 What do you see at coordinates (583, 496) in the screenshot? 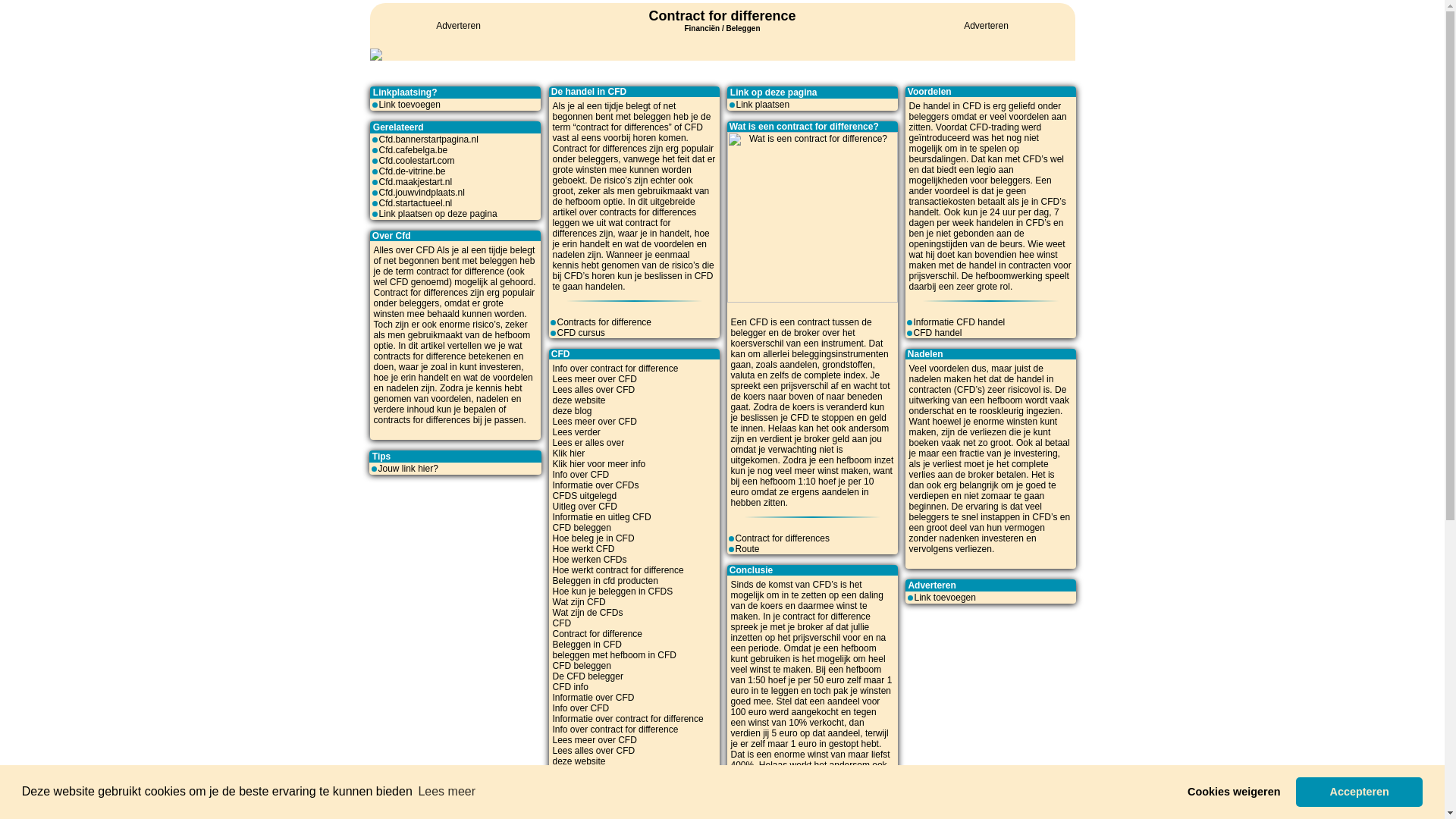
I see `'CFDS uitgelegd'` at bounding box center [583, 496].